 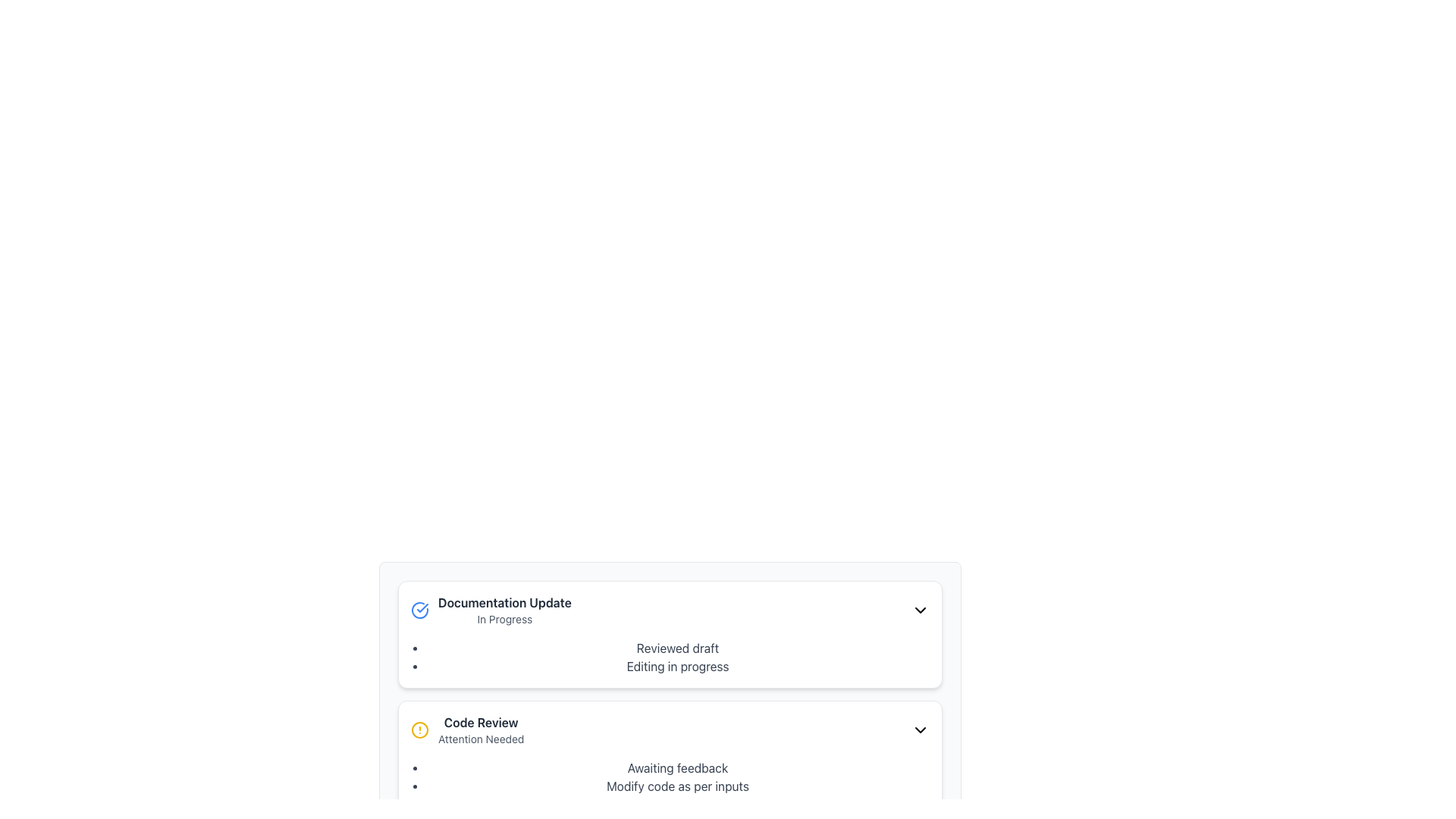 What do you see at coordinates (721, 670) in the screenshot?
I see `the status message element that displays the current phase of the documentation update process, located below the 'Reviewed draft' text in the 'Documentation Update' card` at bounding box center [721, 670].